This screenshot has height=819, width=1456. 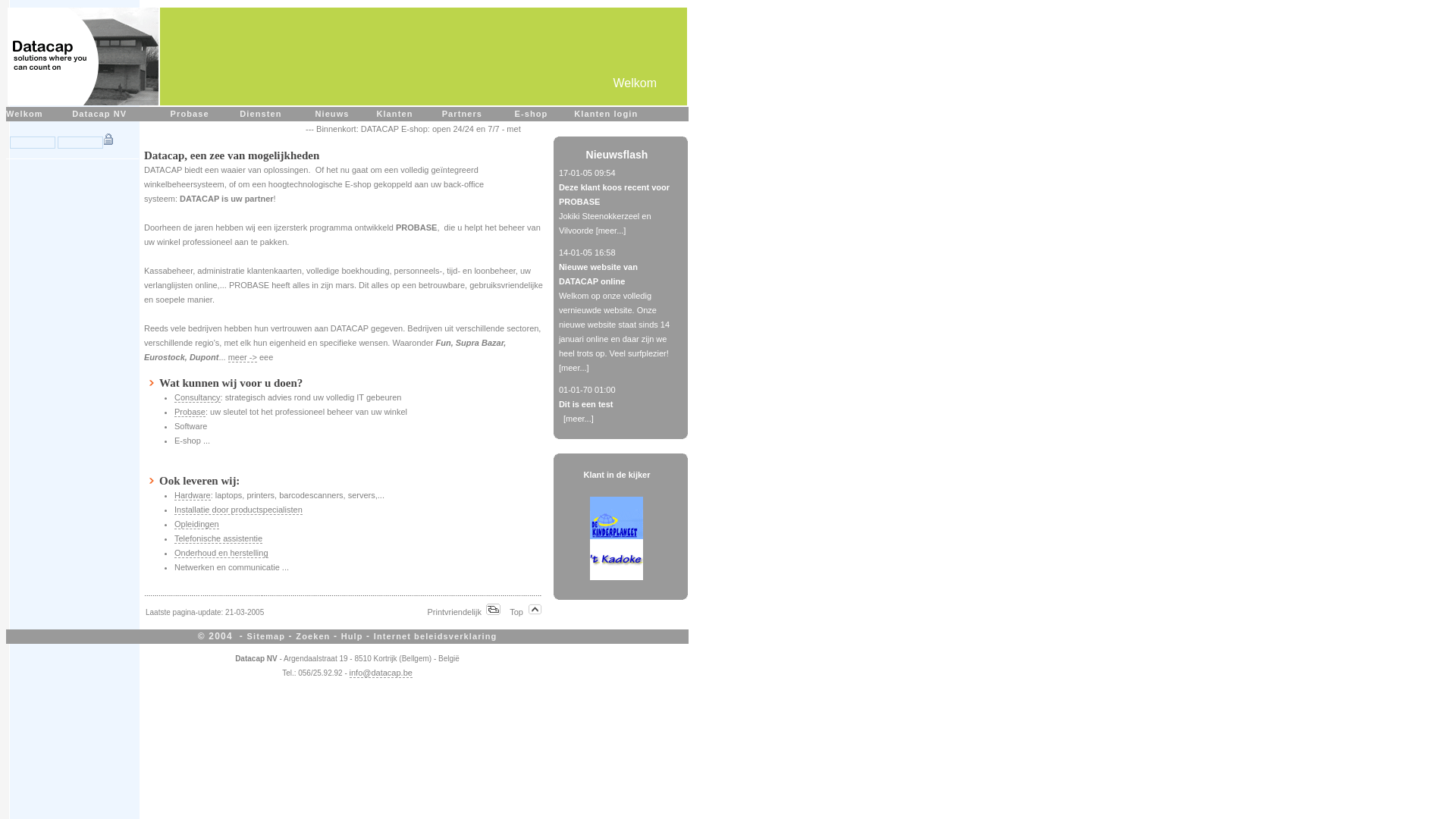 I want to click on 'Deze klant koos recent voor PROBASE', so click(x=558, y=193).